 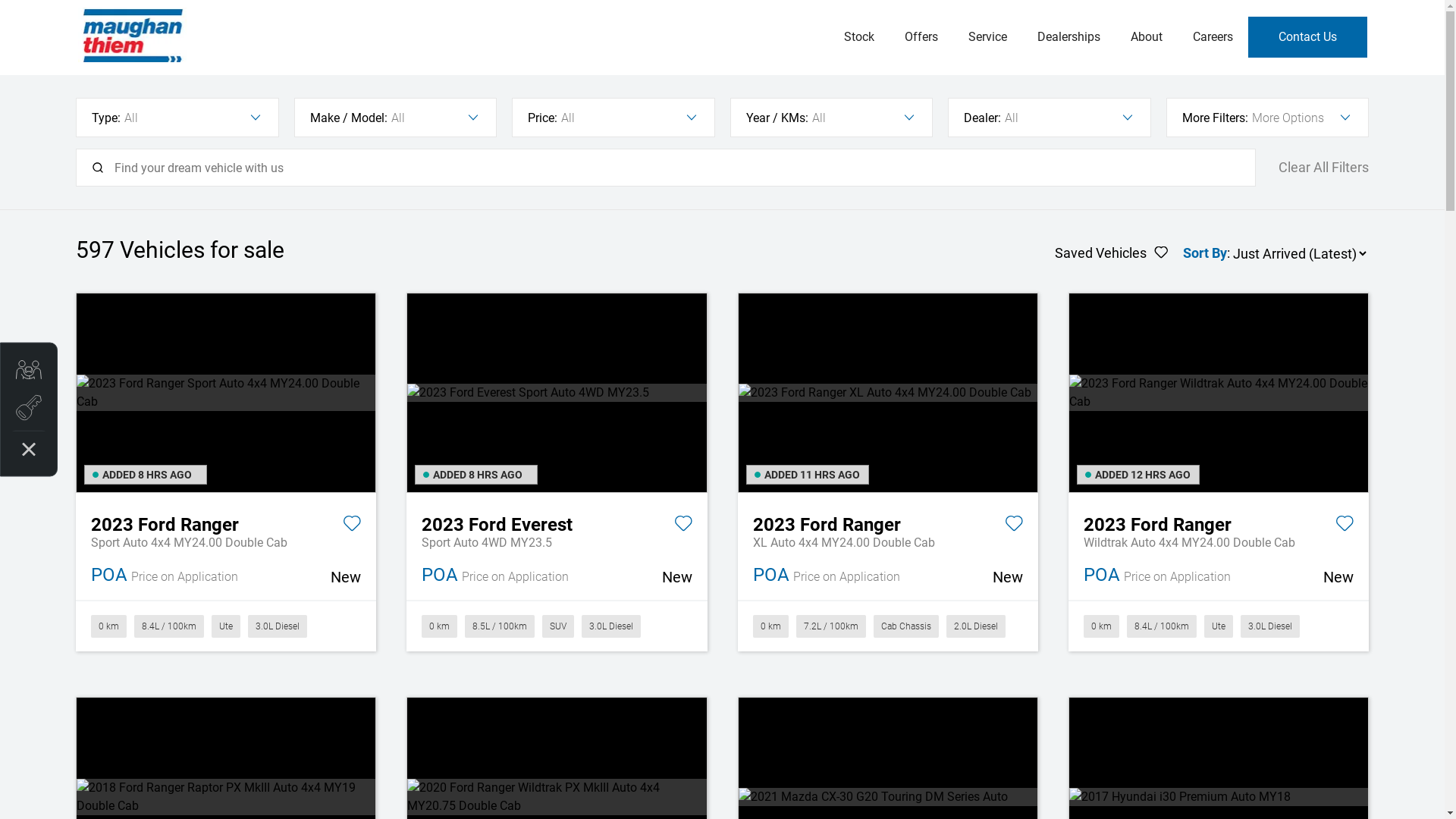 I want to click on '2023 Ford Everest Sport Auto 4WD MY23.5', so click(x=556, y=391).